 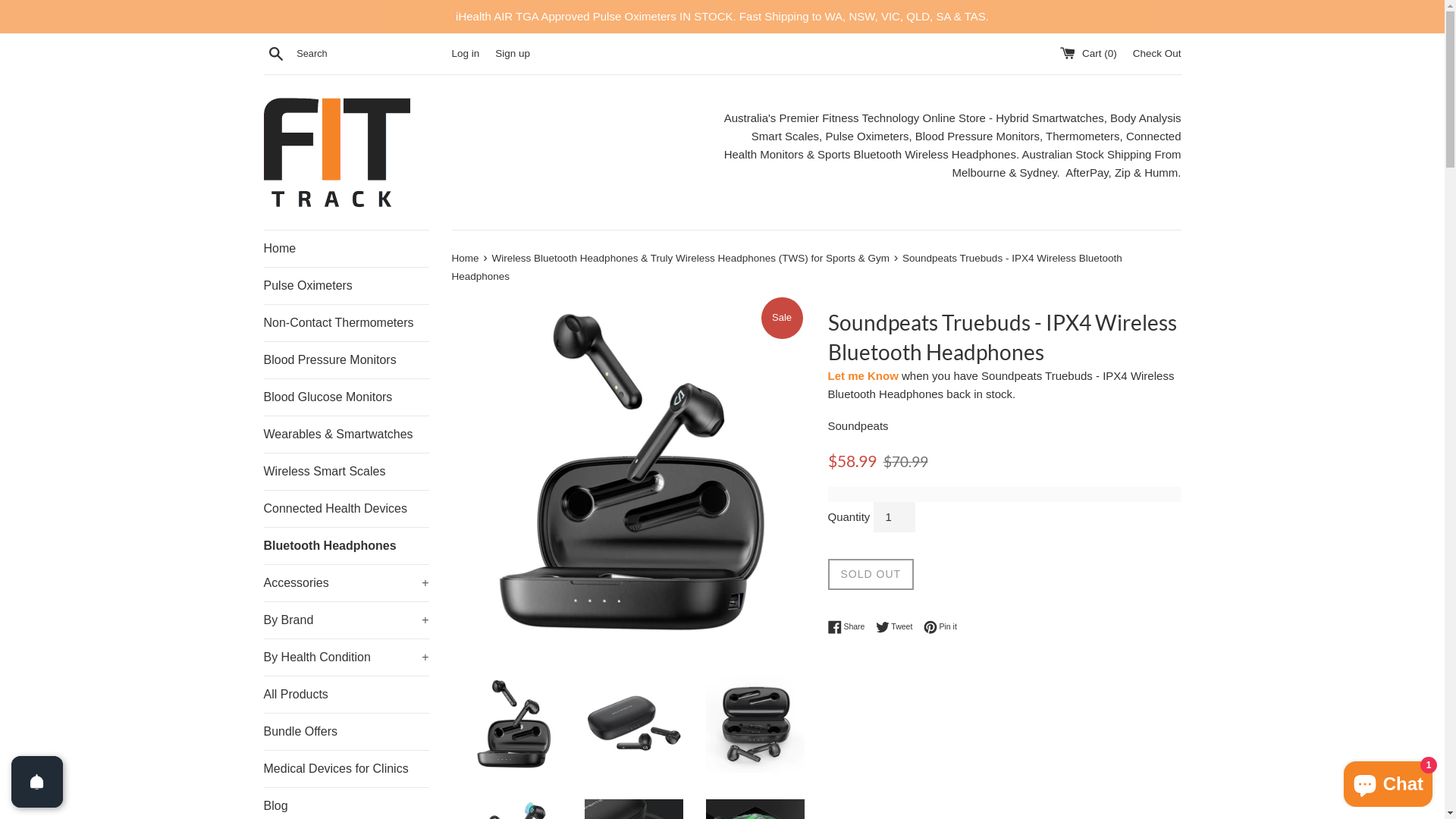 What do you see at coordinates (513, 52) in the screenshot?
I see `'Sign up'` at bounding box center [513, 52].